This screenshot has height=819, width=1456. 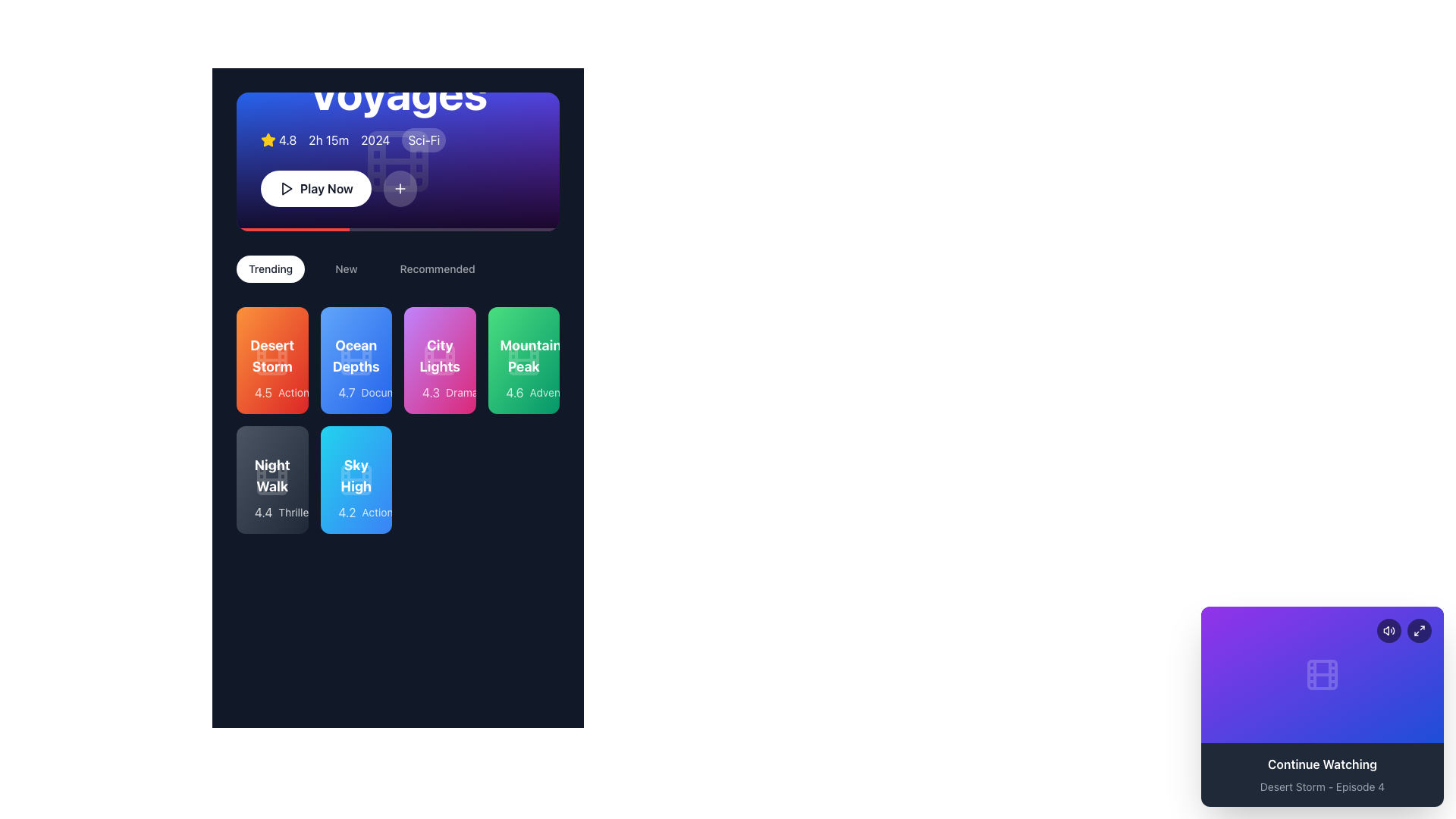 What do you see at coordinates (355, 392) in the screenshot?
I see `the Information display row (icon and text) for the 'Ocean Depths' card, which displays the rating and genre, located in the second column of the top row of the grid` at bounding box center [355, 392].